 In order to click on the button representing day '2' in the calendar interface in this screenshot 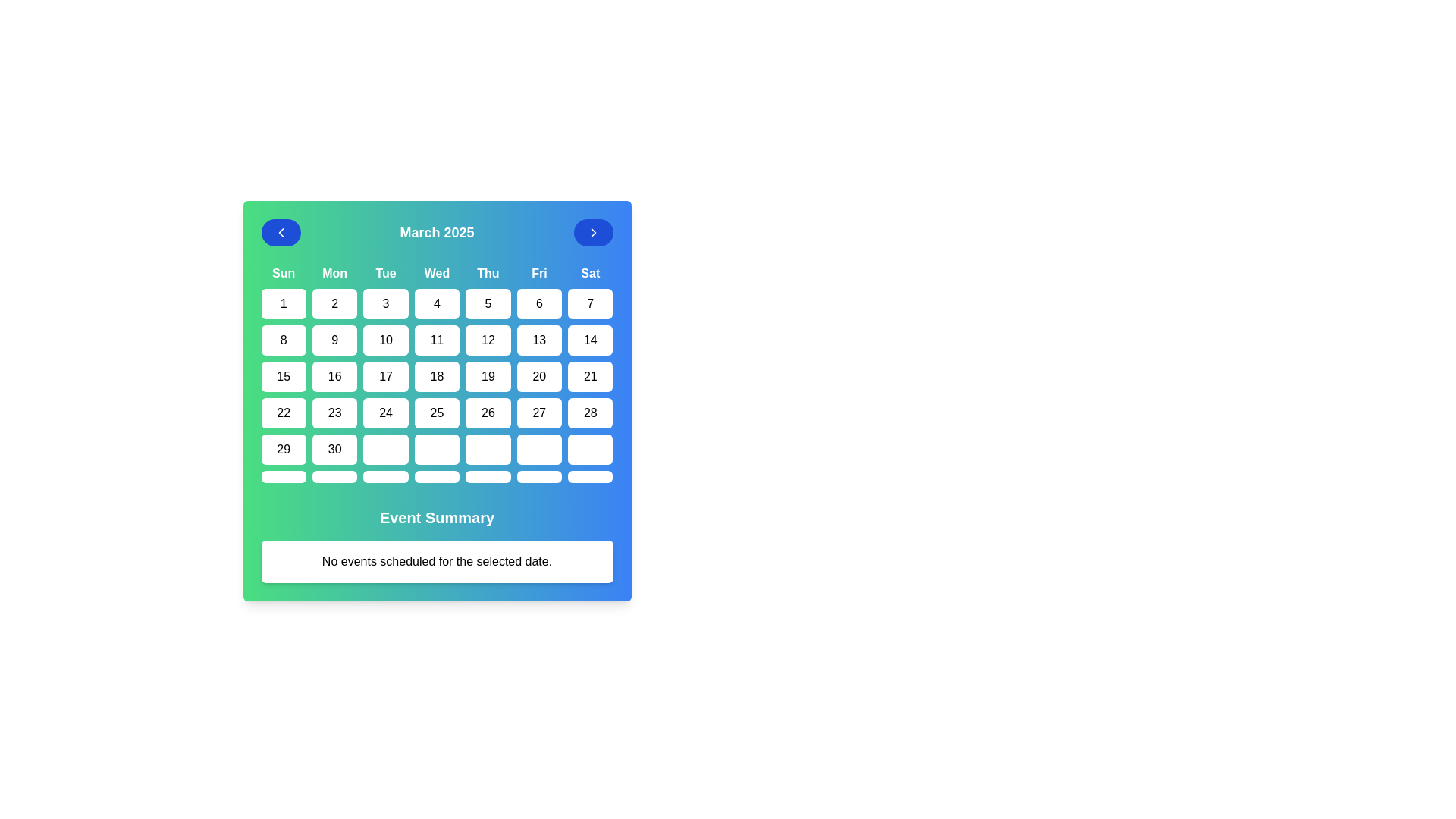, I will do `click(334, 304)`.